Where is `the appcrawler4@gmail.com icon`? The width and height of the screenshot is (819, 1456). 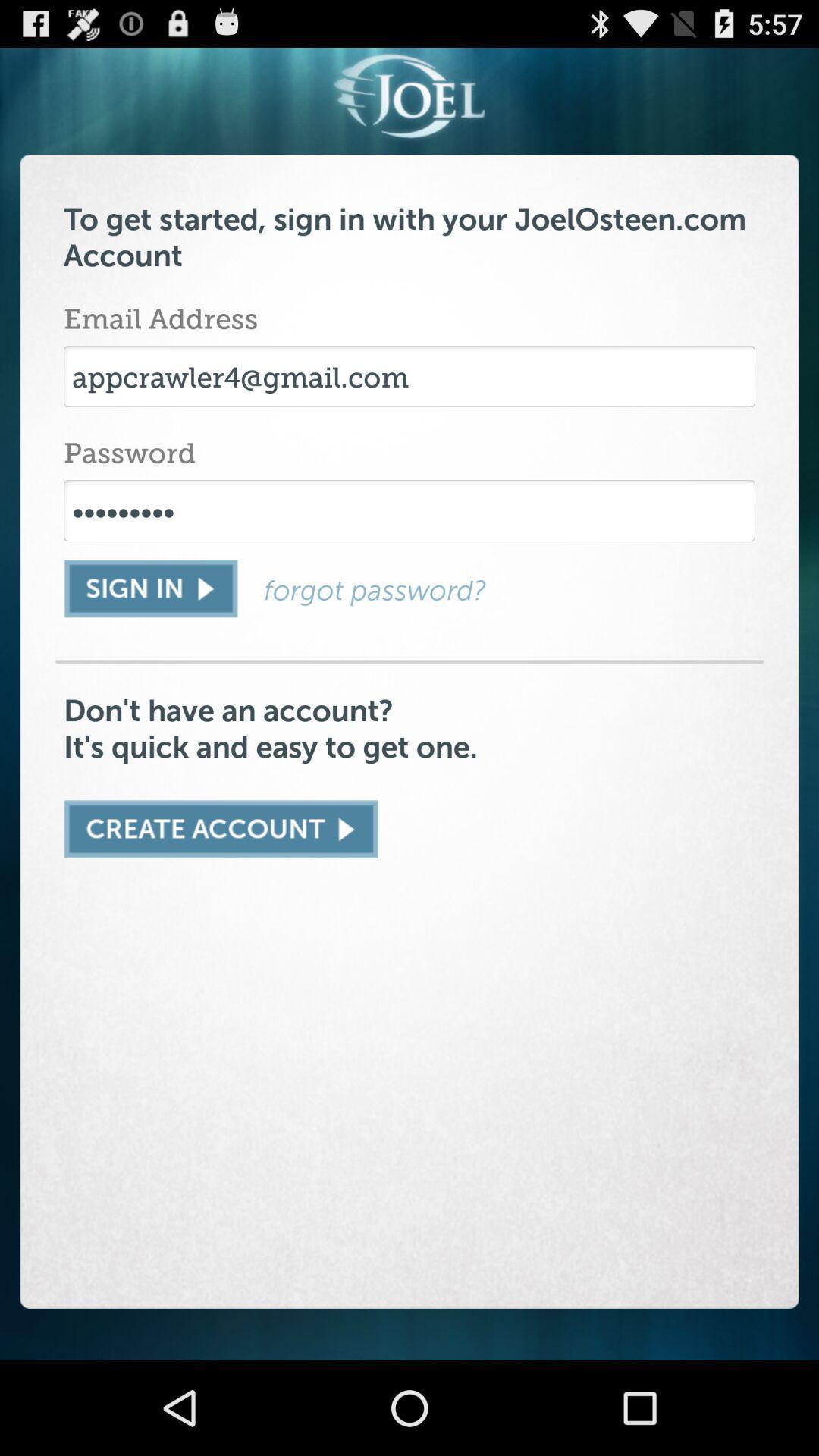 the appcrawler4@gmail.com icon is located at coordinates (409, 376).